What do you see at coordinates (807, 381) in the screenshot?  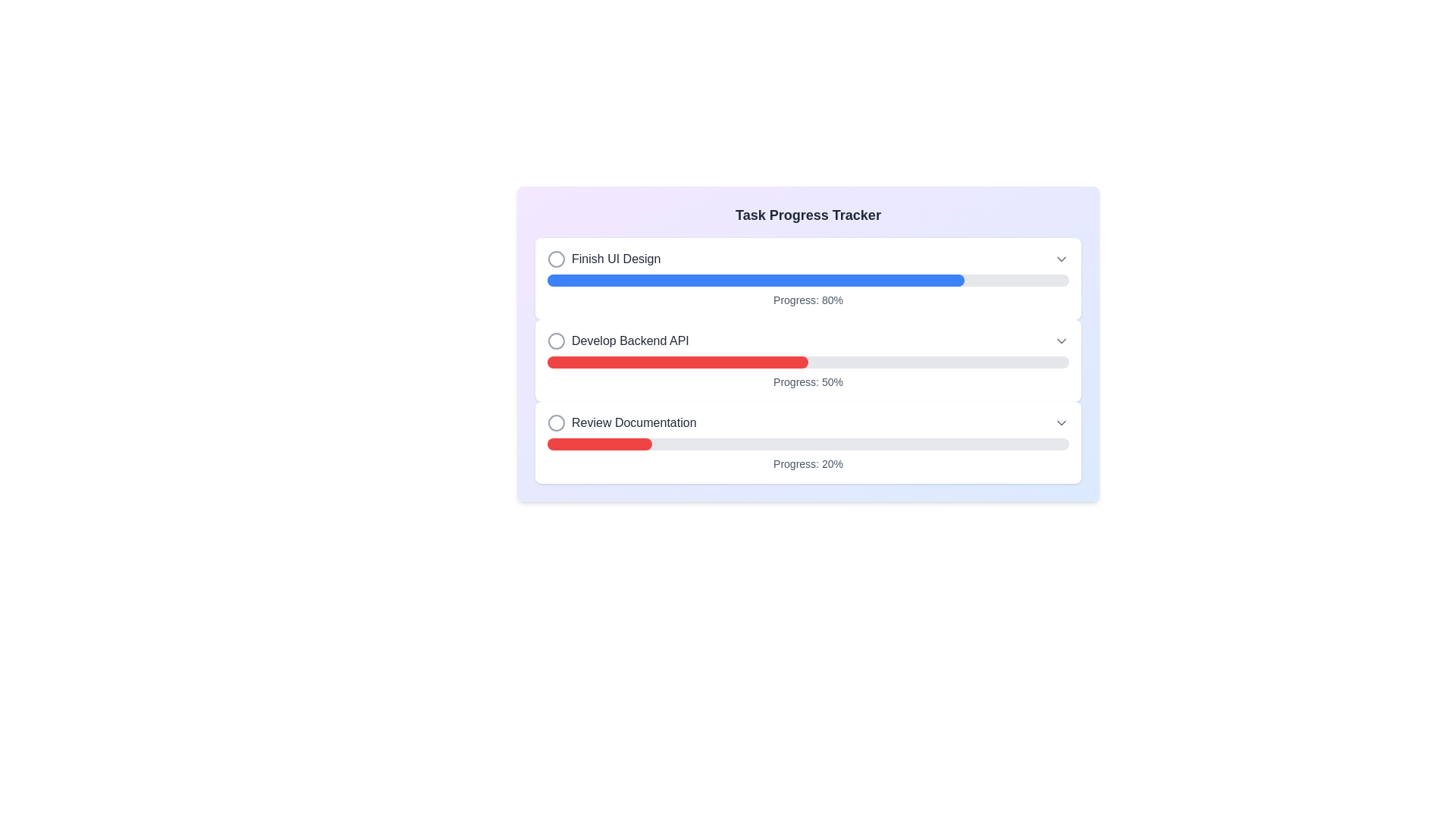 I see `the text label displaying 'Progress: 50%' located under the red progress bar in the 'Develop Backend API' task` at bounding box center [807, 381].